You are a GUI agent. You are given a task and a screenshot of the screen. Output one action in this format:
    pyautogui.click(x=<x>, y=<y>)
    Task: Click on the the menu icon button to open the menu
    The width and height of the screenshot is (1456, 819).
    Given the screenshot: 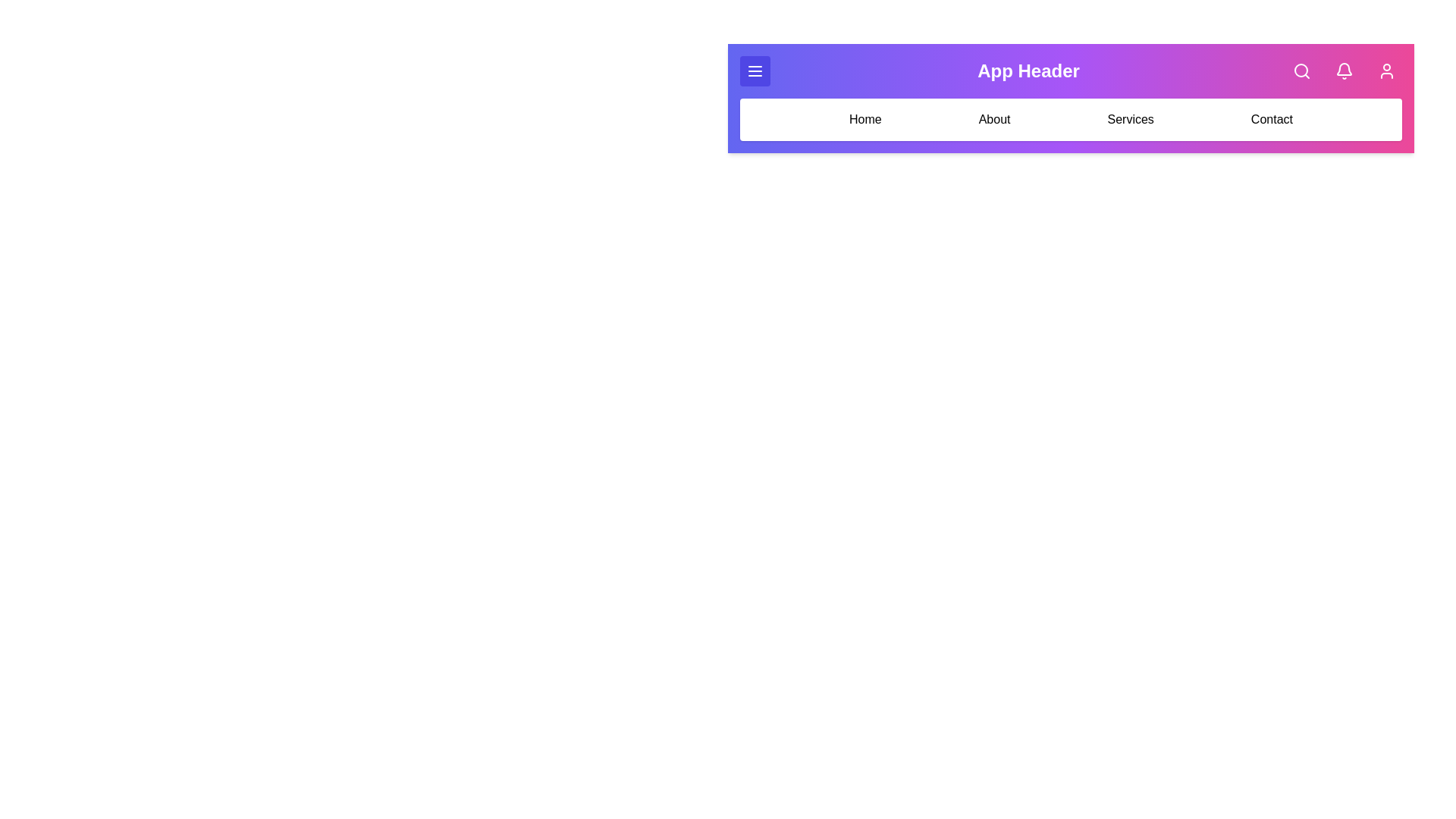 What is the action you would take?
    pyautogui.click(x=755, y=71)
    